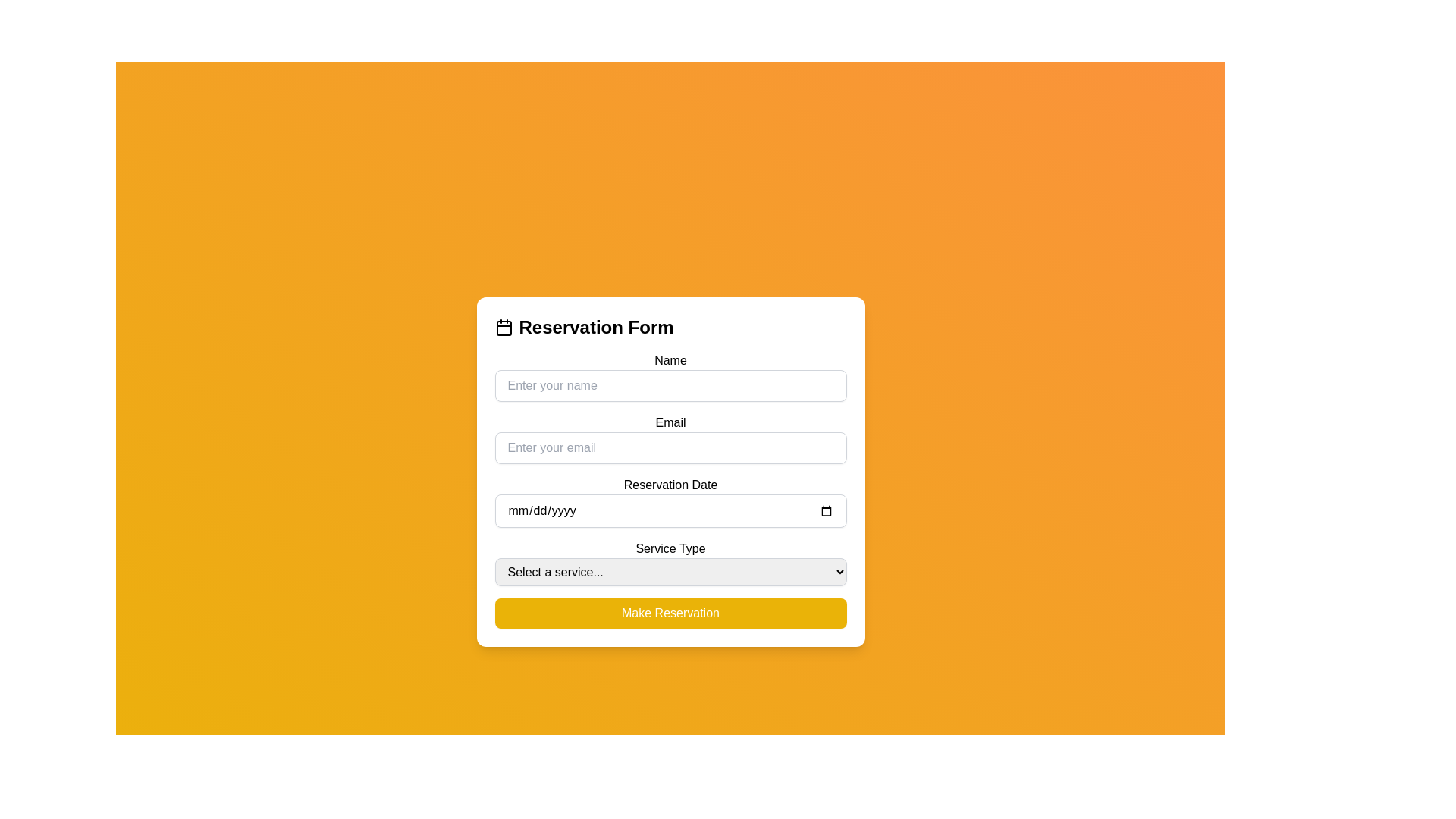 The height and width of the screenshot is (819, 1456). What do you see at coordinates (670, 612) in the screenshot?
I see `the button at the bottom of the form layout` at bounding box center [670, 612].